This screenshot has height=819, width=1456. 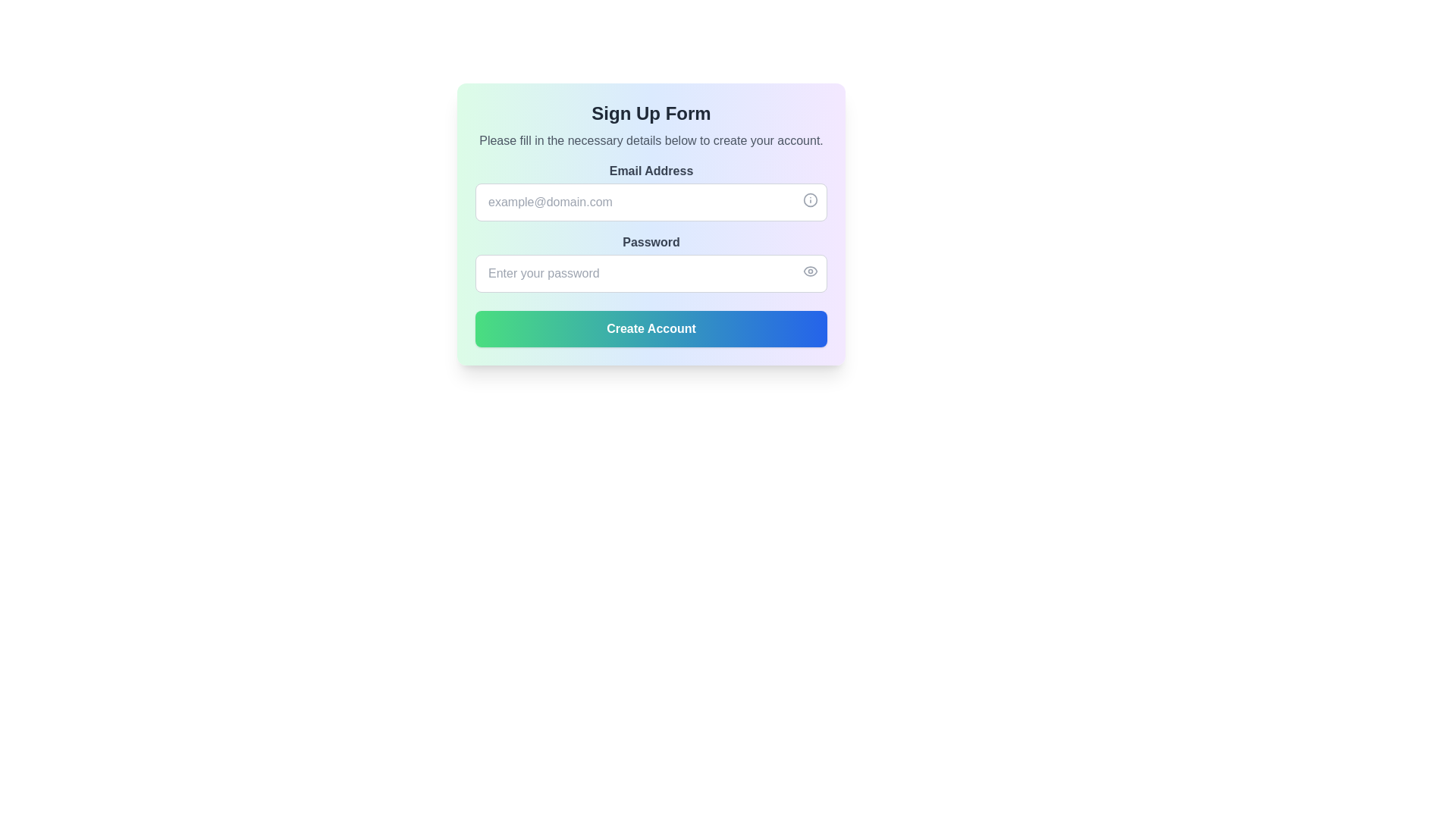 I want to click on the 'Sign Up Form' header, which is a large bold text element located at the top of the colorful rectangular card, so click(x=651, y=113).